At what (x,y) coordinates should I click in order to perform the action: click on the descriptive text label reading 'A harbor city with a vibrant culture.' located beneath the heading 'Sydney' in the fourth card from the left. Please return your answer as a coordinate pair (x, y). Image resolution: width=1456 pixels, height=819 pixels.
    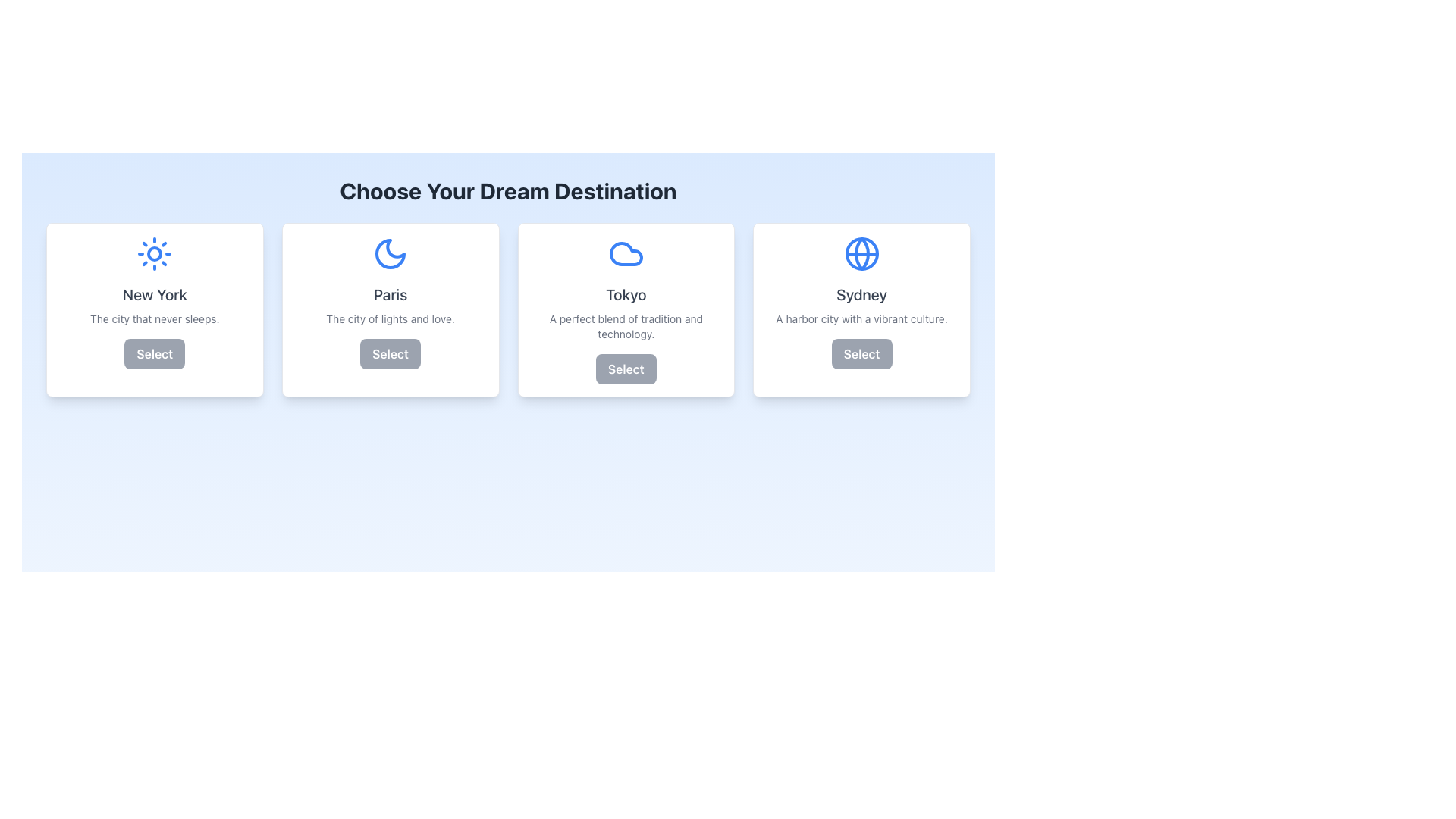
    Looking at the image, I should click on (861, 318).